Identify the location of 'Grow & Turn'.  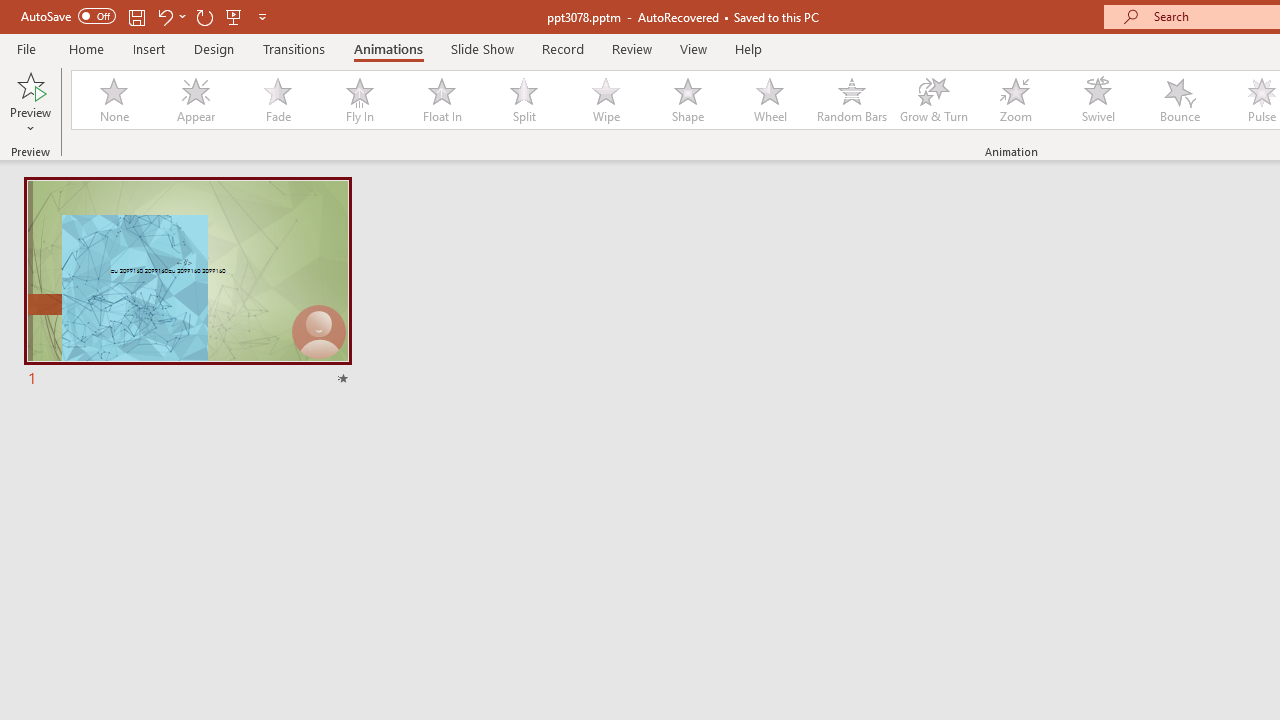
(933, 100).